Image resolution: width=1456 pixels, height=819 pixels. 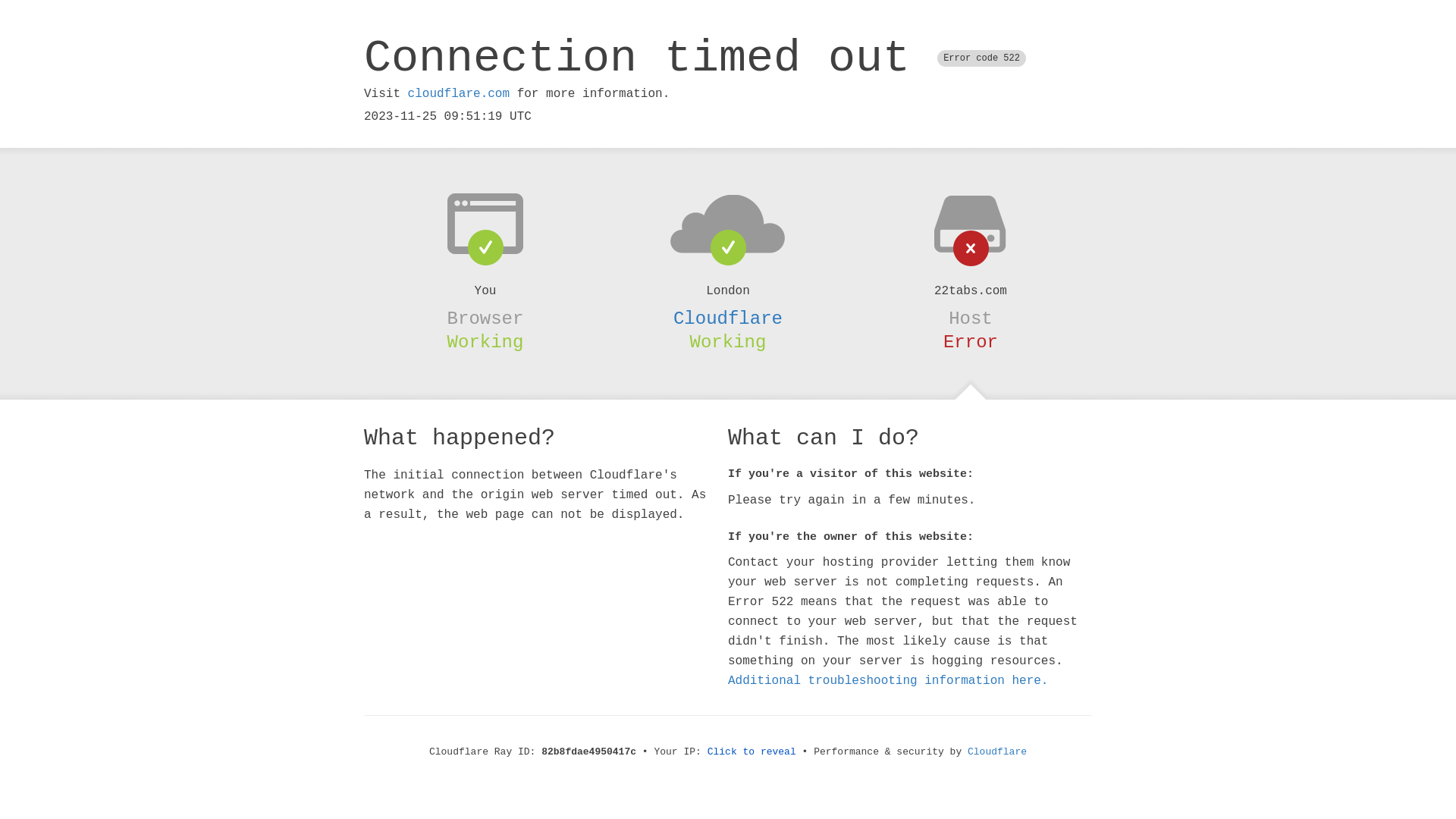 I want to click on 'Cloudflare', so click(x=673, y=318).